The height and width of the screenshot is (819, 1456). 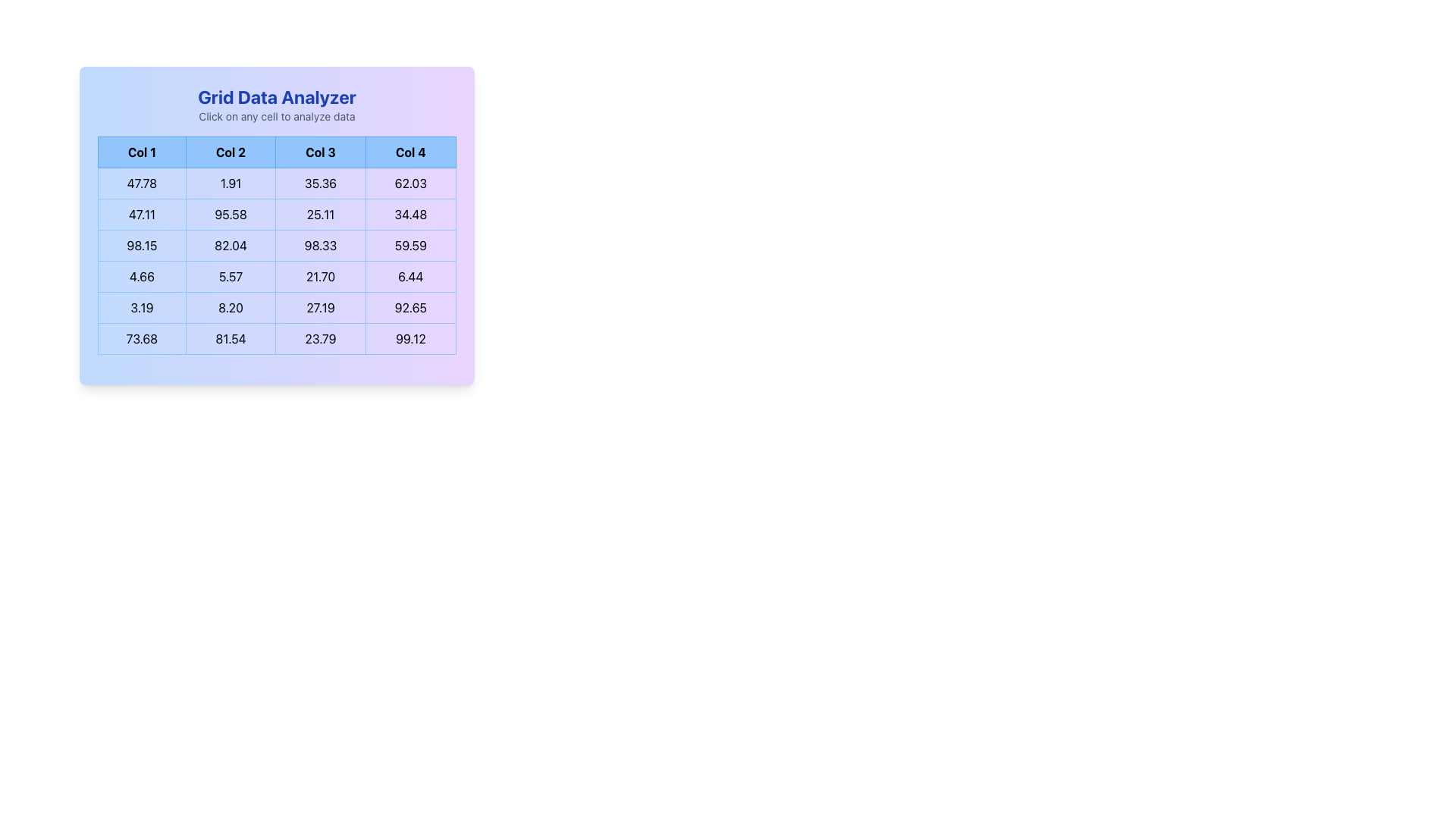 What do you see at coordinates (277, 116) in the screenshot?
I see `the static instructional text that provides instructions to interact with the grid, located centrally above the grid below the title 'Grid Data Analyzer'` at bounding box center [277, 116].